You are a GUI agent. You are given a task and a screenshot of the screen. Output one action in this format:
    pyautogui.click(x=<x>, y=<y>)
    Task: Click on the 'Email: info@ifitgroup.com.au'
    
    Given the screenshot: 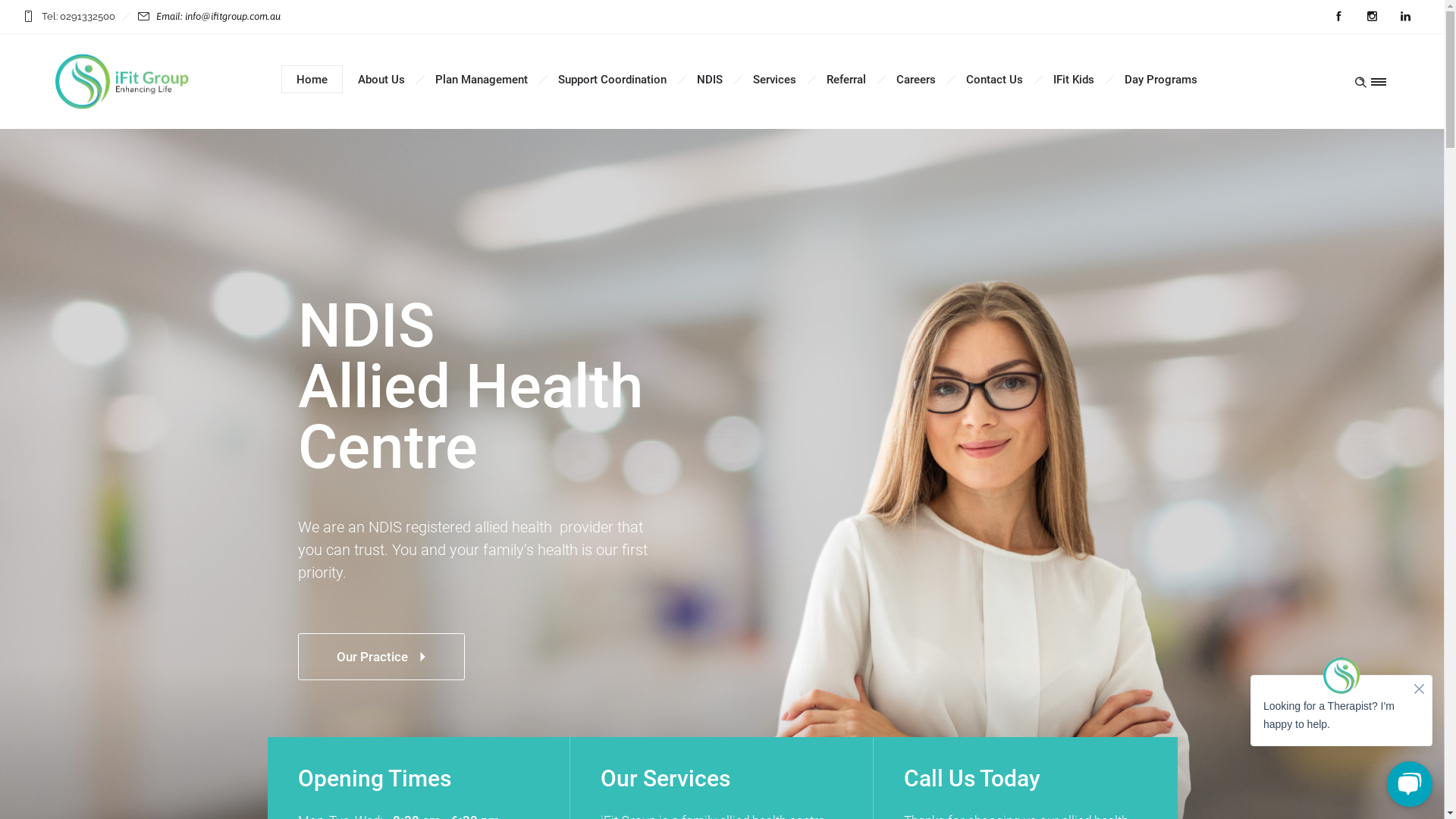 What is the action you would take?
    pyautogui.click(x=156, y=16)
    